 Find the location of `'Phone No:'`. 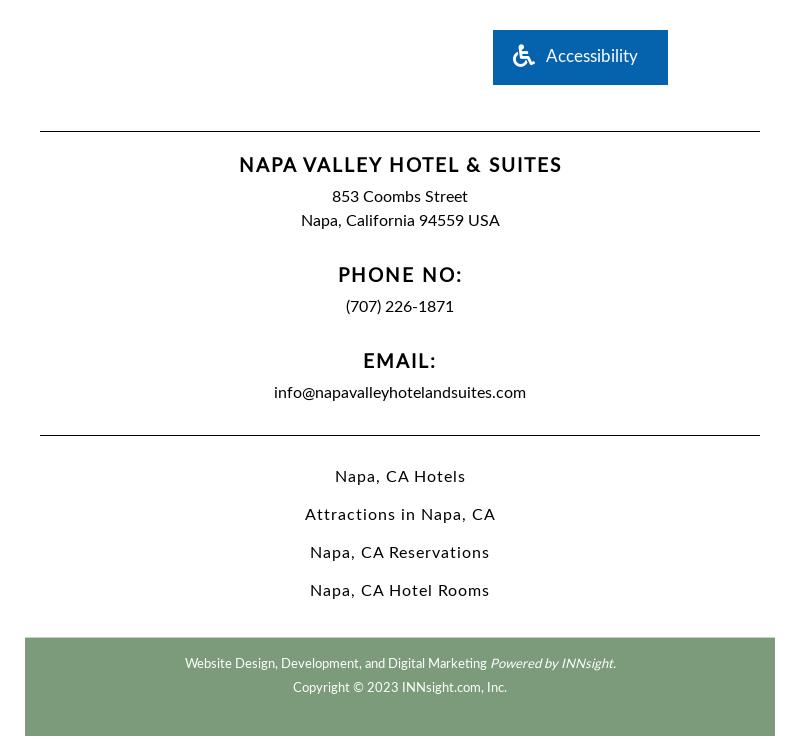

'Phone No:' is located at coordinates (398, 275).